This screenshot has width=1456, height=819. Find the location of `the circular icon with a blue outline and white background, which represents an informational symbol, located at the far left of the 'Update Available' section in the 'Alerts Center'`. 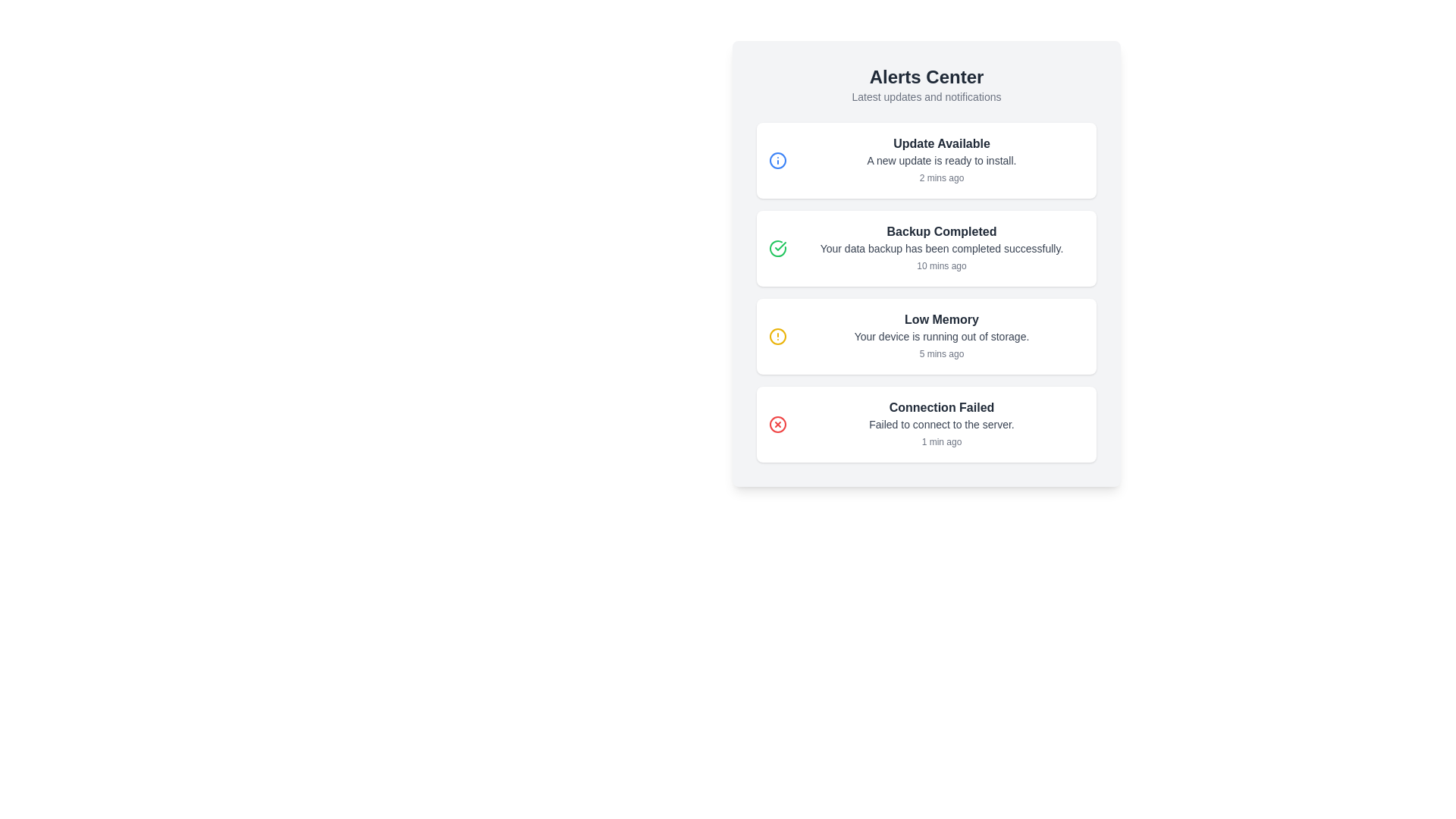

the circular icon with a blue outline and white background, which represents an informational symbol, located at the far left of the 'Update Available' section in the 'Alerts Center' is located at coordinates (778, 161).